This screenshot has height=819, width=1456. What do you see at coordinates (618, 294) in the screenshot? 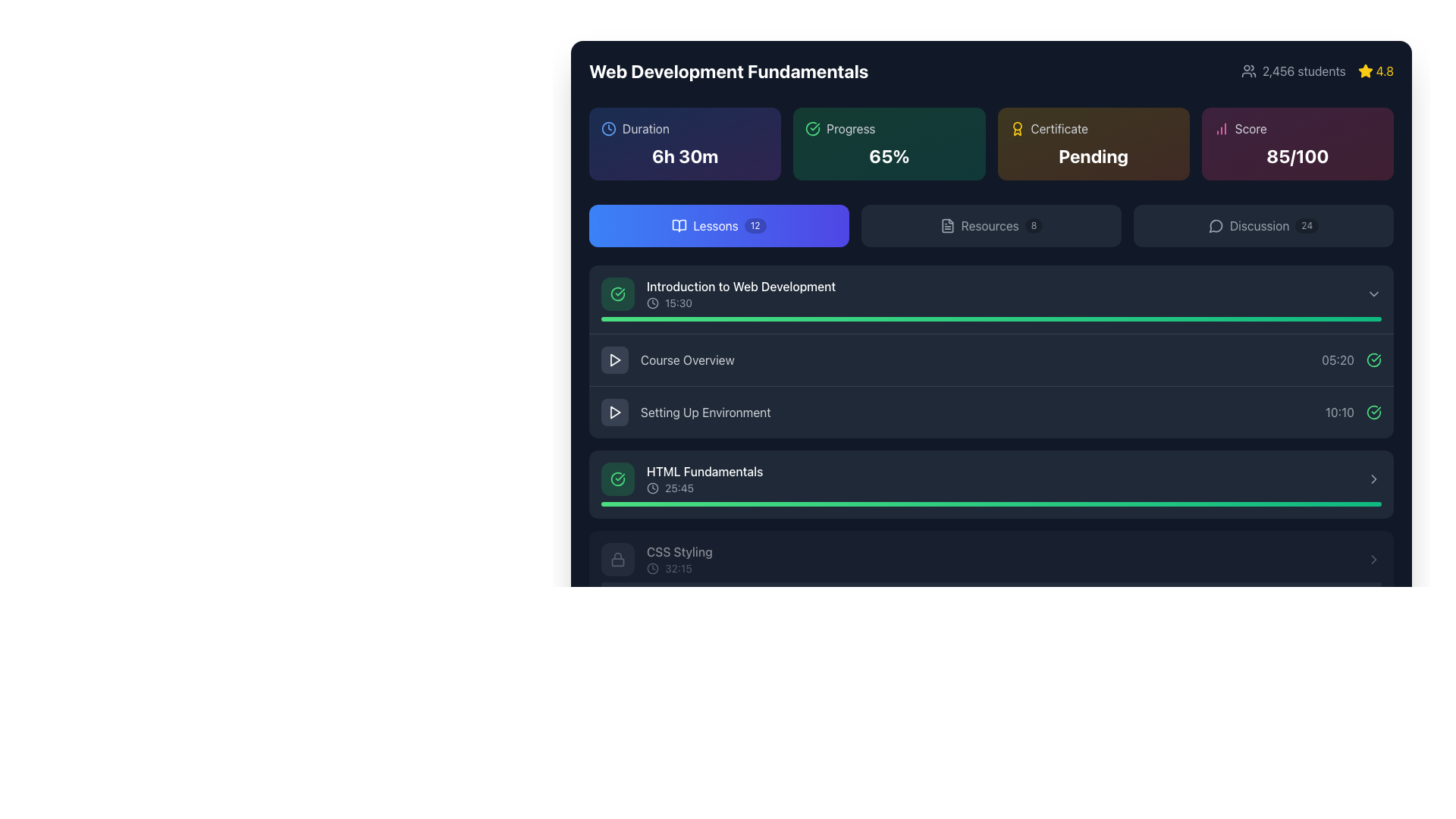
I see `the circular graphic icon with a green outline and a check mark inside, located to the left of the text 'Introduction to Web Development' and above the text '15:30'` at bounding box center [618, 294].